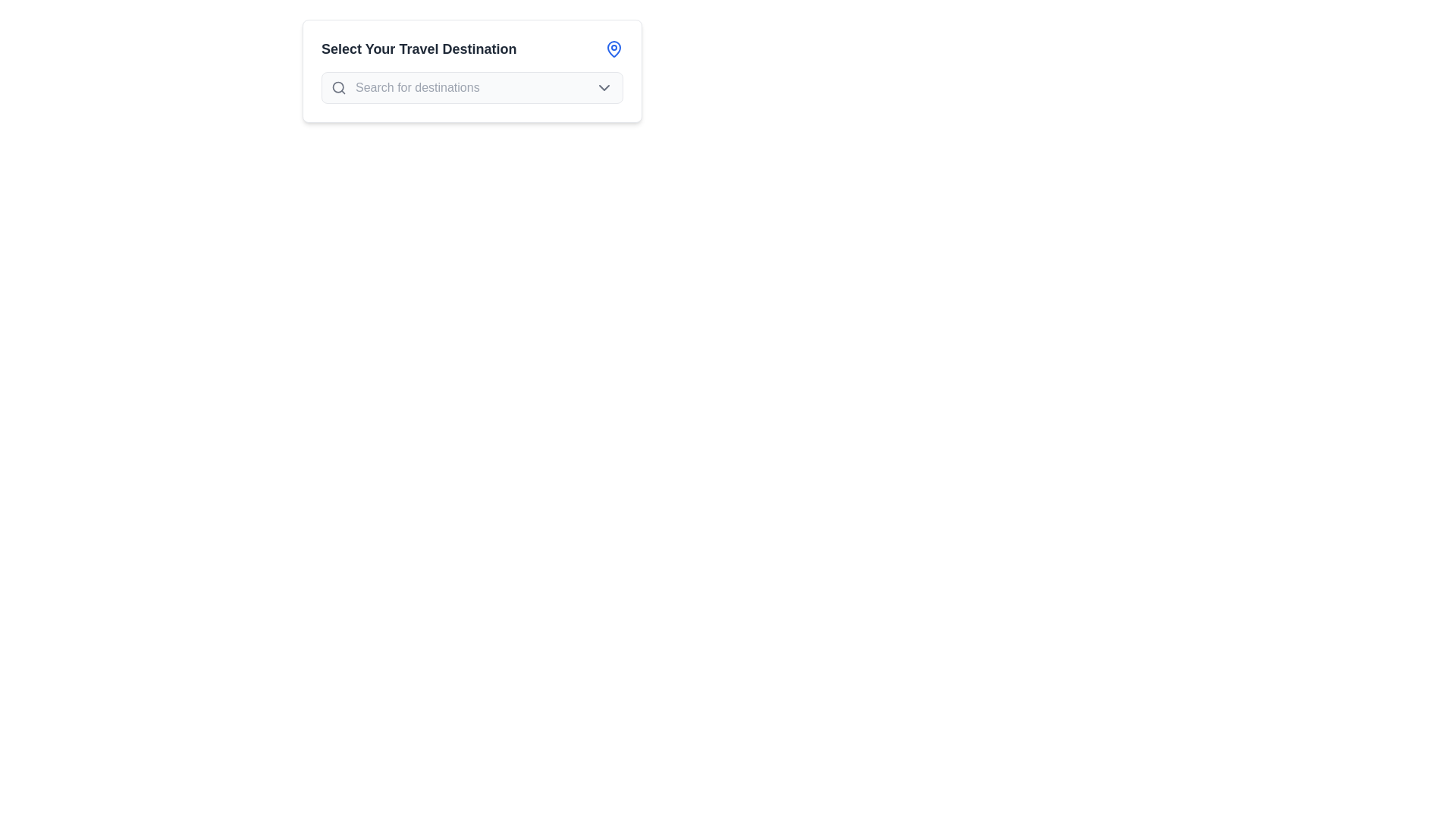 This screenshot has width=1456, height=819. What do you see at coordinates (337, 87) in the screenshot?
I see `the circular magnifying glass icon located to the left of the search bar labeled 'Search for destinations'` at bounding box center [337, 87].